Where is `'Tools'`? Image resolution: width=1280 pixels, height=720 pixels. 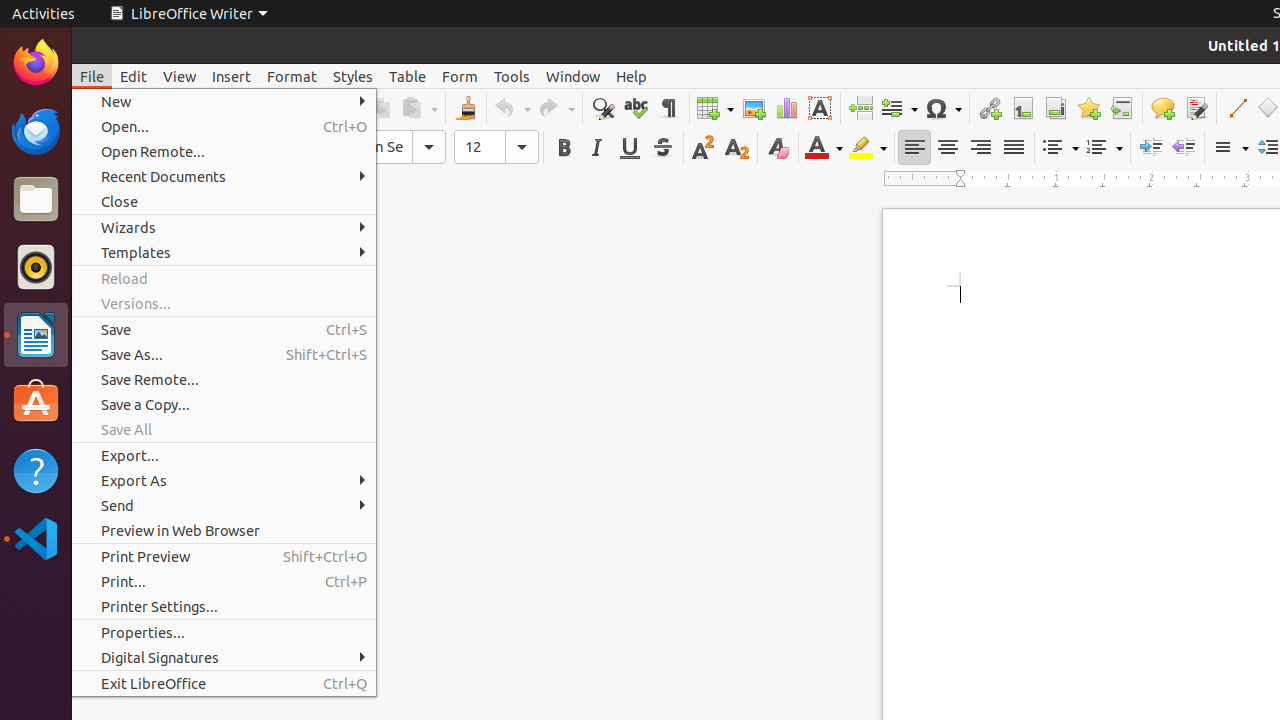
'Tools' is located at coordinates (512, 75).